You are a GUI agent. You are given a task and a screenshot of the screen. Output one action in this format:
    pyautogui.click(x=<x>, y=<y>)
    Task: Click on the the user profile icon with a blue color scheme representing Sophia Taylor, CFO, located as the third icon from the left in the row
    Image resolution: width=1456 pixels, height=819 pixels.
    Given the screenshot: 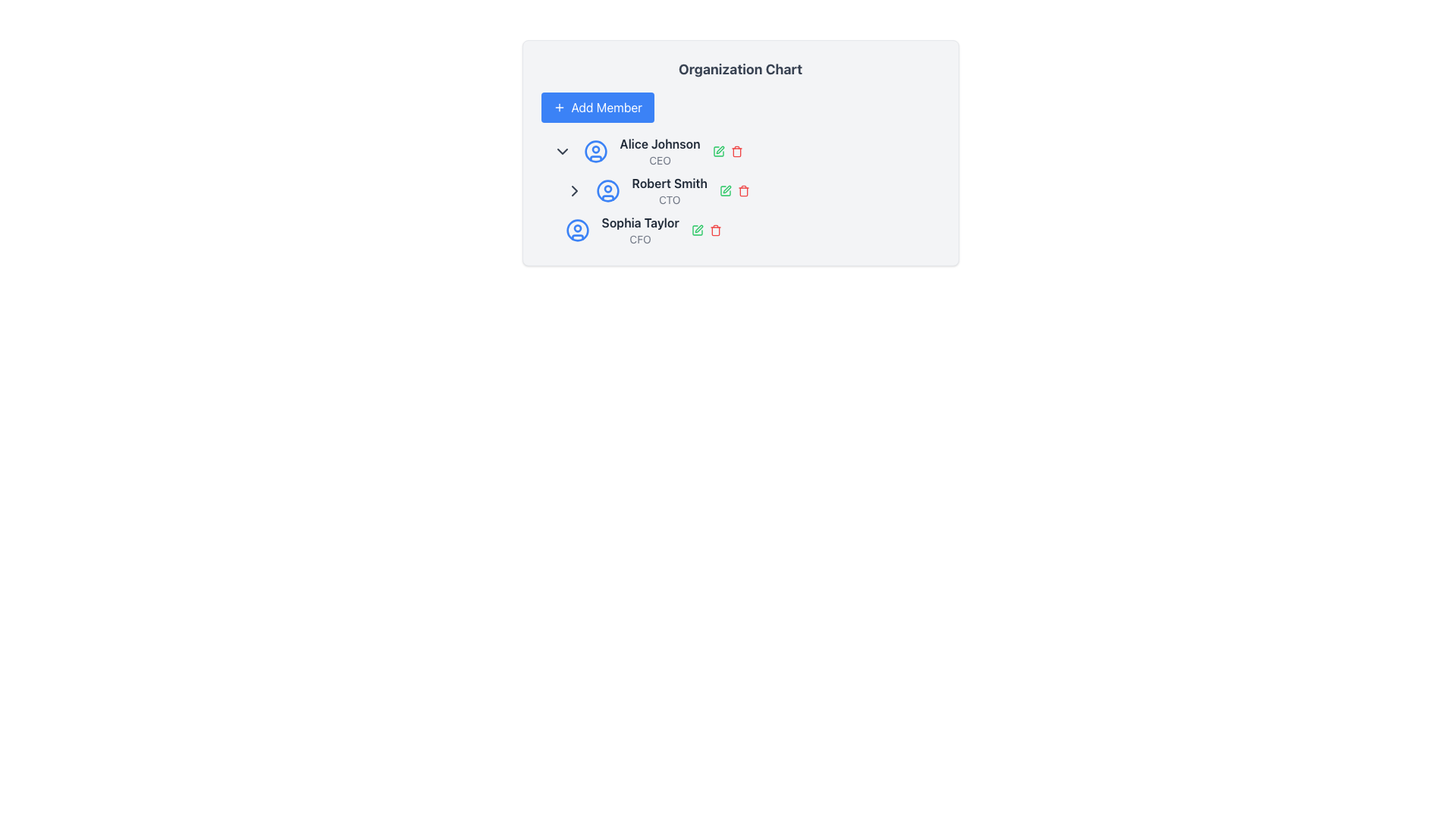 What is the action you would take?
    pyautogui.click(x=576, y=231)
    